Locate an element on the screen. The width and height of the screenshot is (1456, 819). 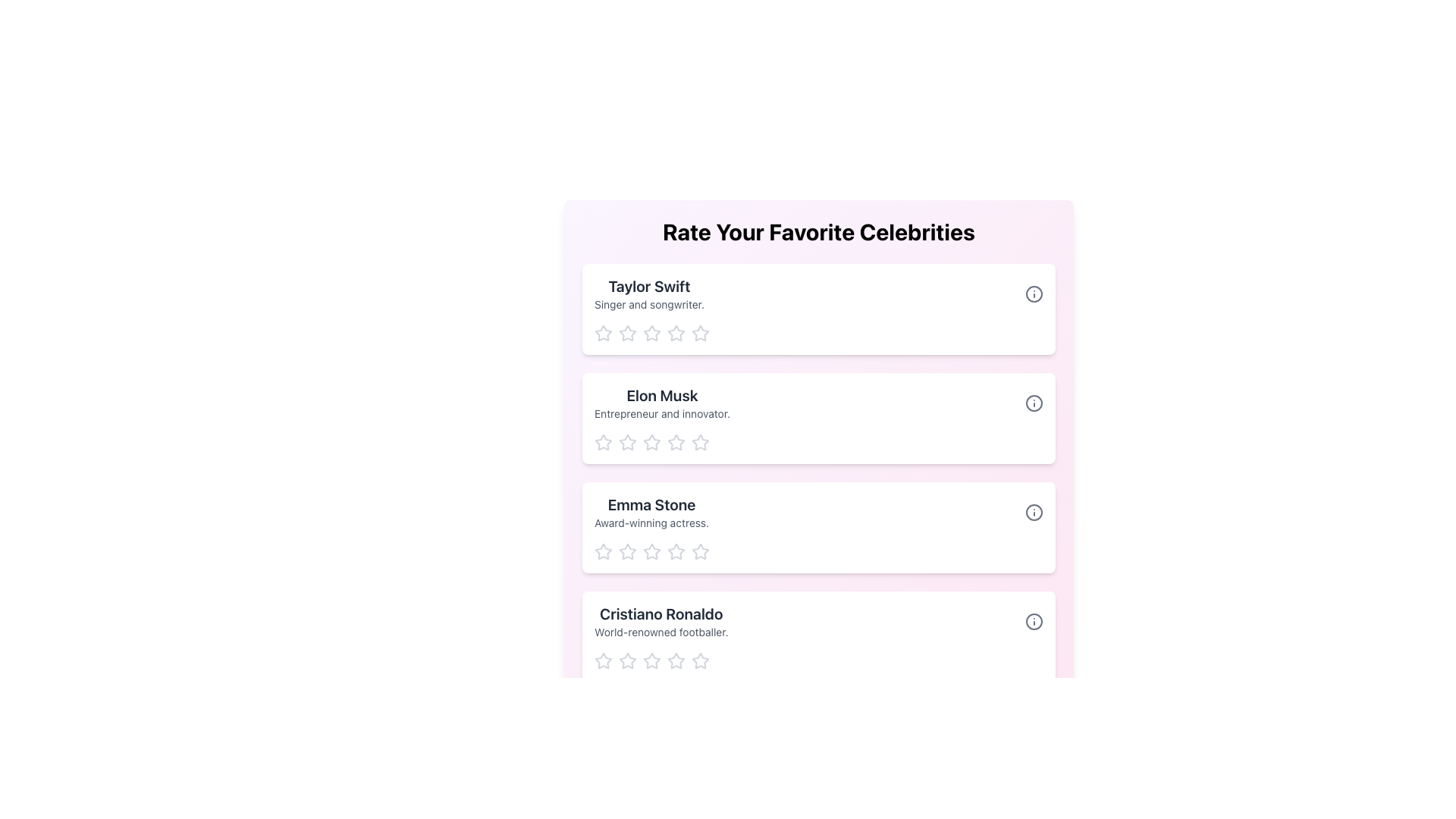
the fifth star icon in the rating control for 'Cristiano Ronaldo' is located at coordinates (651, 660).